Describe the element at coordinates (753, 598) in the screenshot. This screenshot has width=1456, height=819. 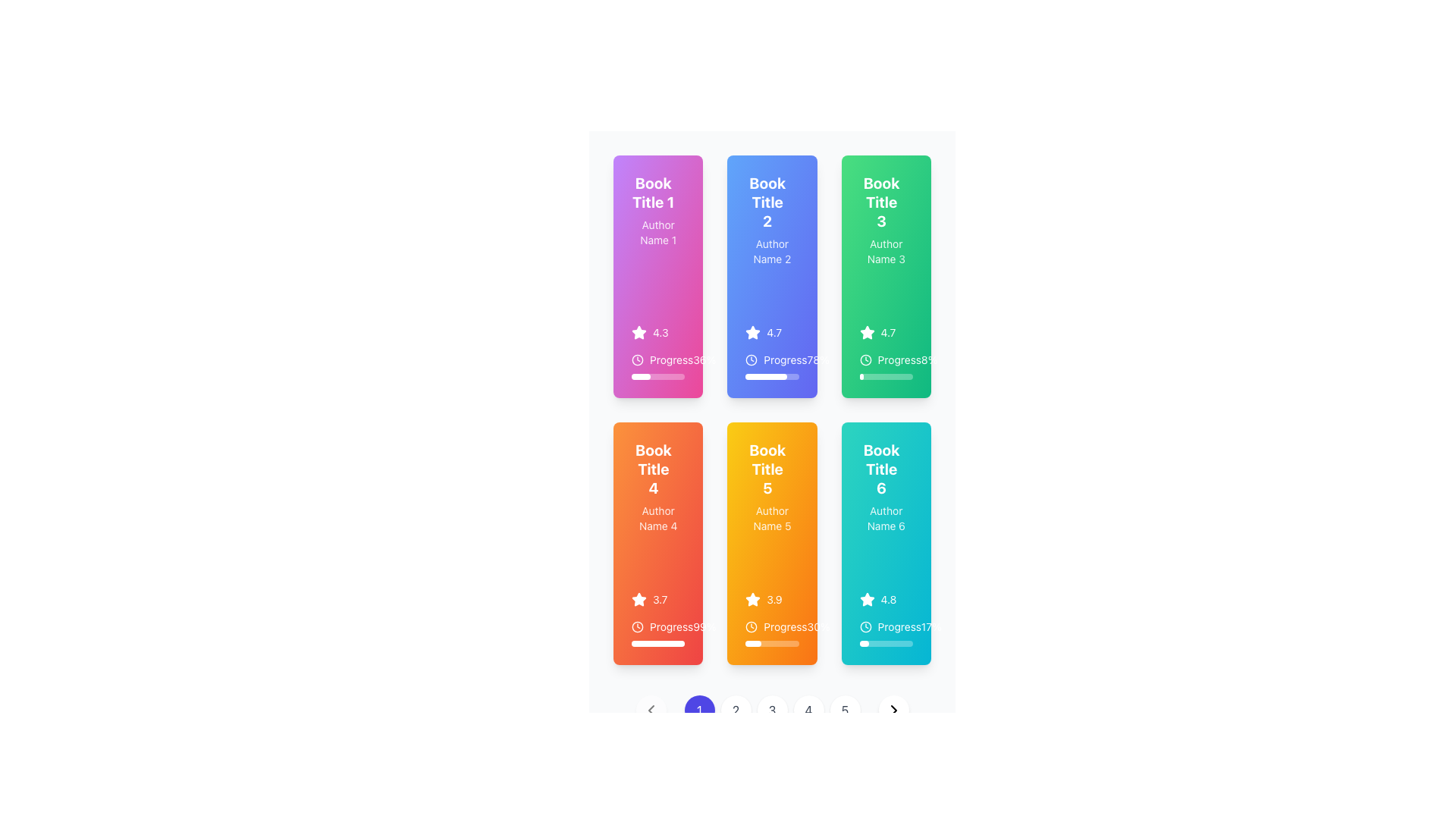
I see `the white star icon located within the orange card labeled 'Book Title 5', positioned to the left of the rating text '3.9'` at that location.